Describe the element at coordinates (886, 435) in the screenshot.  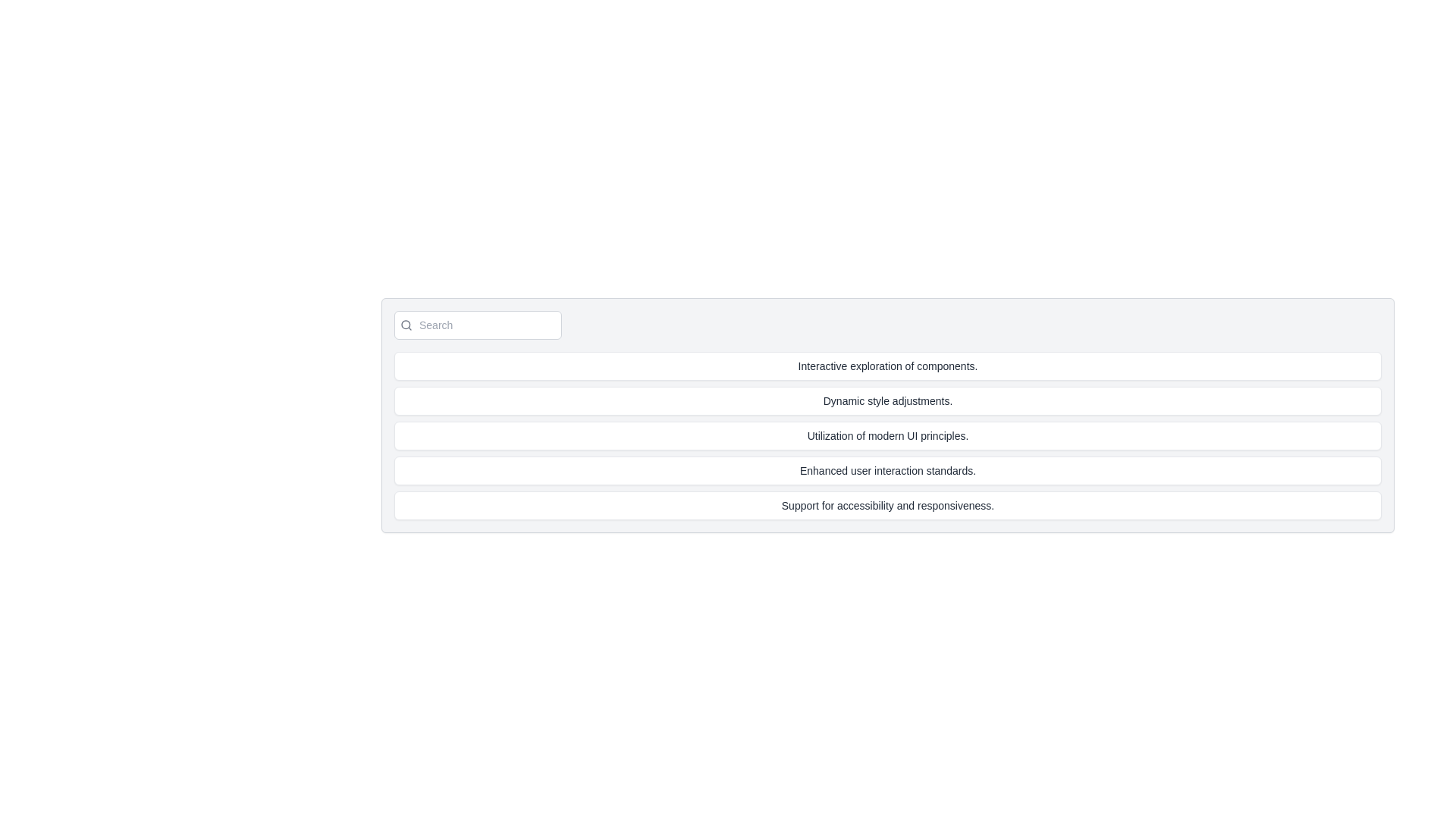
I see `the Text Character at the end of the word 'modern' in the sentence 'Utilization of modern UI principles.'` at that location.